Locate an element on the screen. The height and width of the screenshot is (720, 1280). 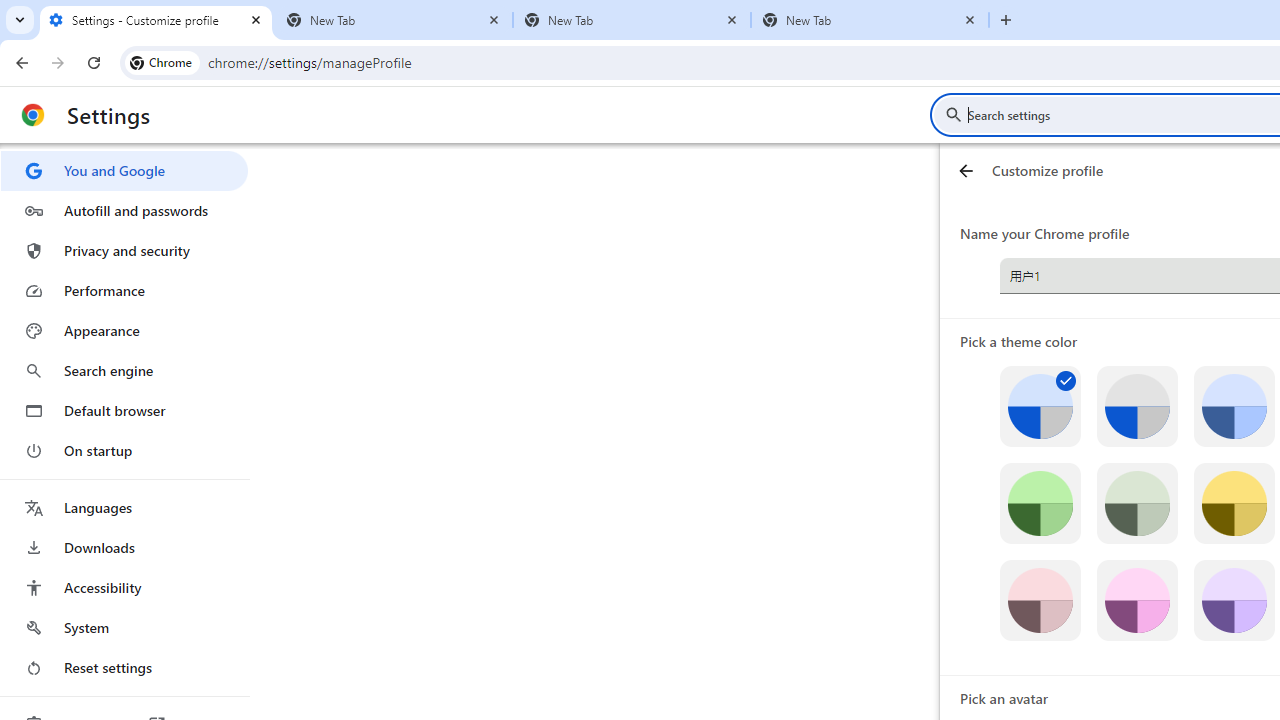
'Downloads' is located at coordinates (123, 547).